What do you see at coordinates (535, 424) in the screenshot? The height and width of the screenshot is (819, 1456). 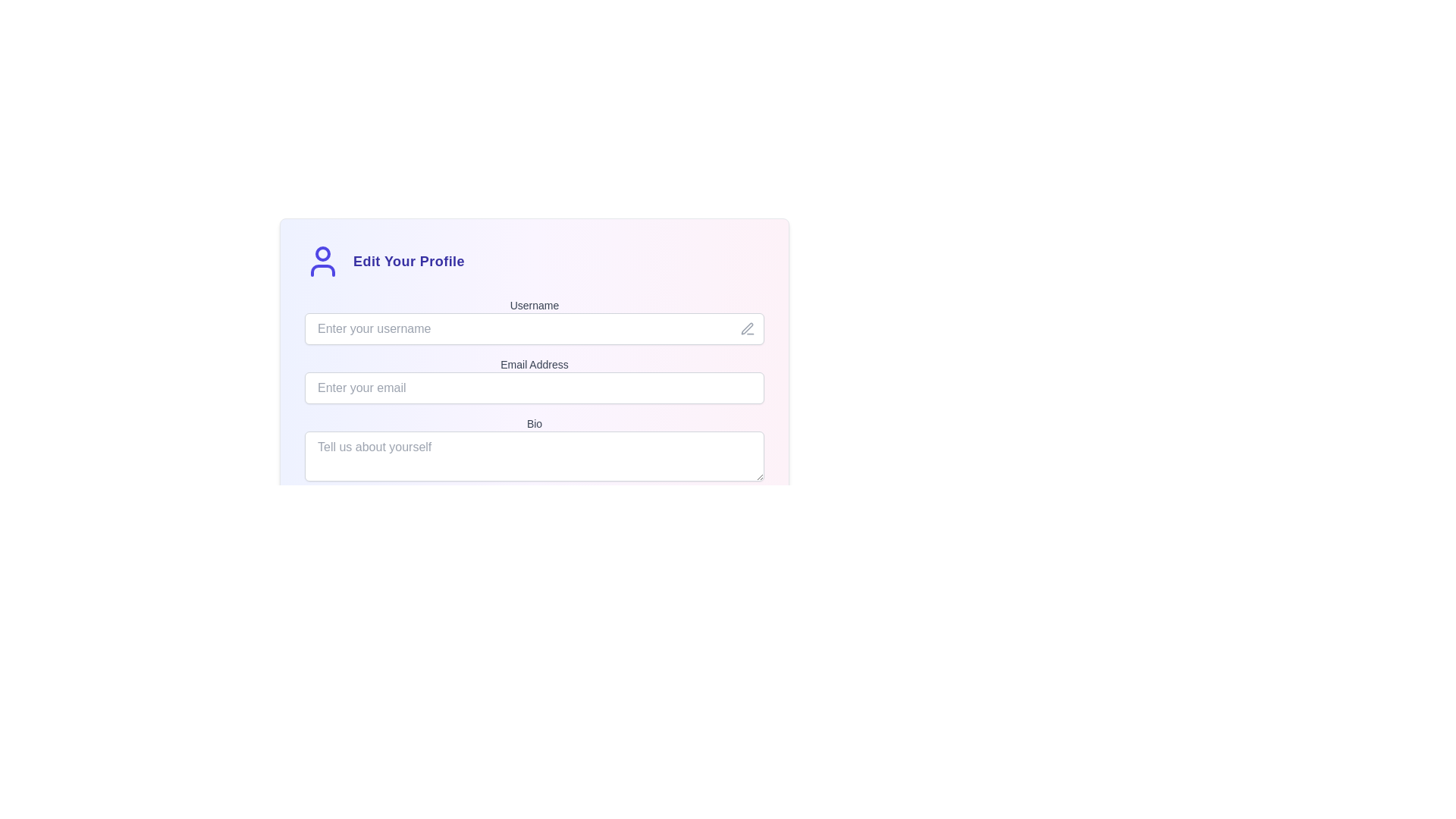 I see `the text label that indicates users should provide information about their biography, positioned above the 'Tell us about yourself' input field` at bounding box center [535, 424].